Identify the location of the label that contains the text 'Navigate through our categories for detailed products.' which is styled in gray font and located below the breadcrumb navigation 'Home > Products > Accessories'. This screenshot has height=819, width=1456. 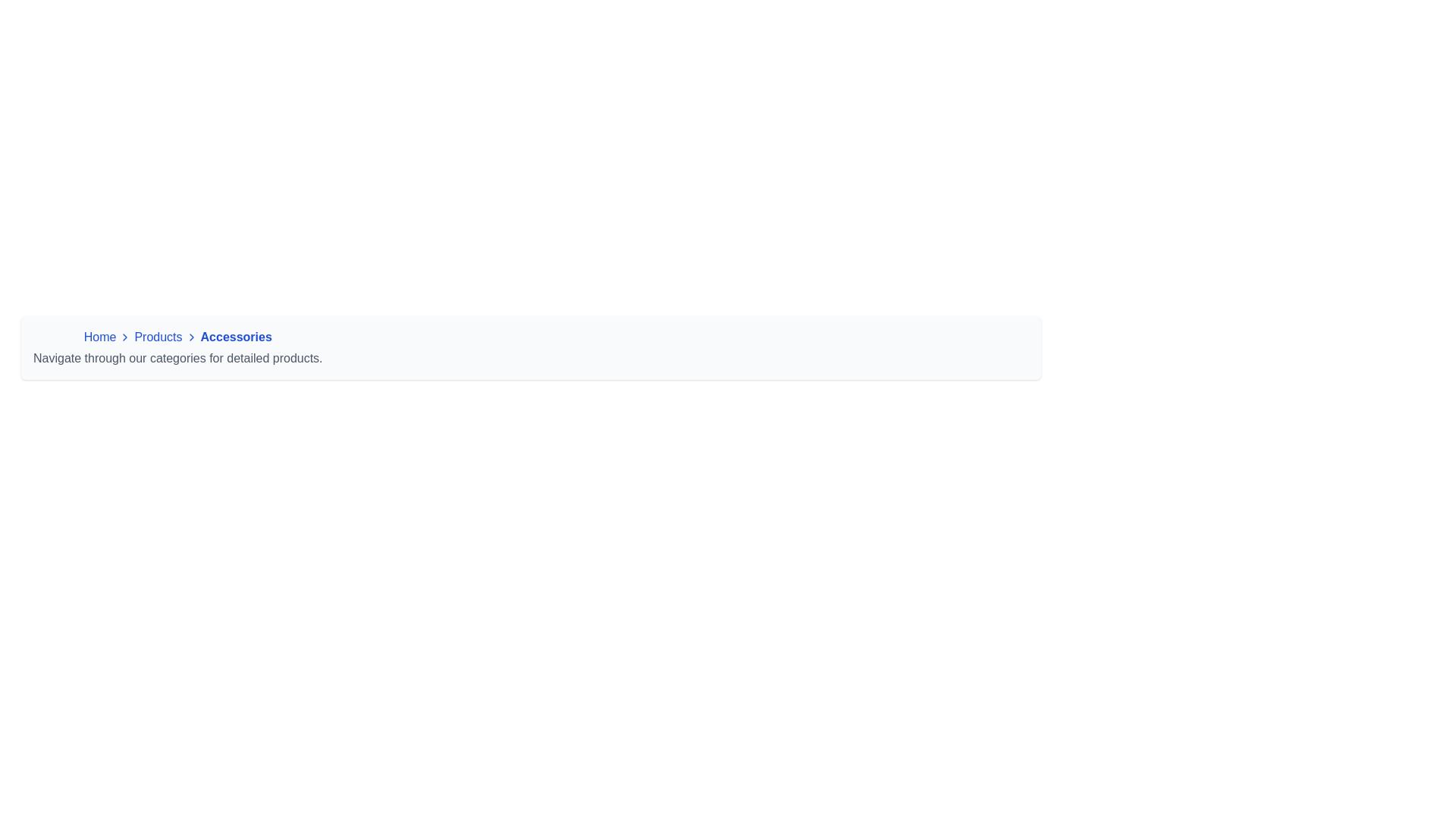
(177, 359).